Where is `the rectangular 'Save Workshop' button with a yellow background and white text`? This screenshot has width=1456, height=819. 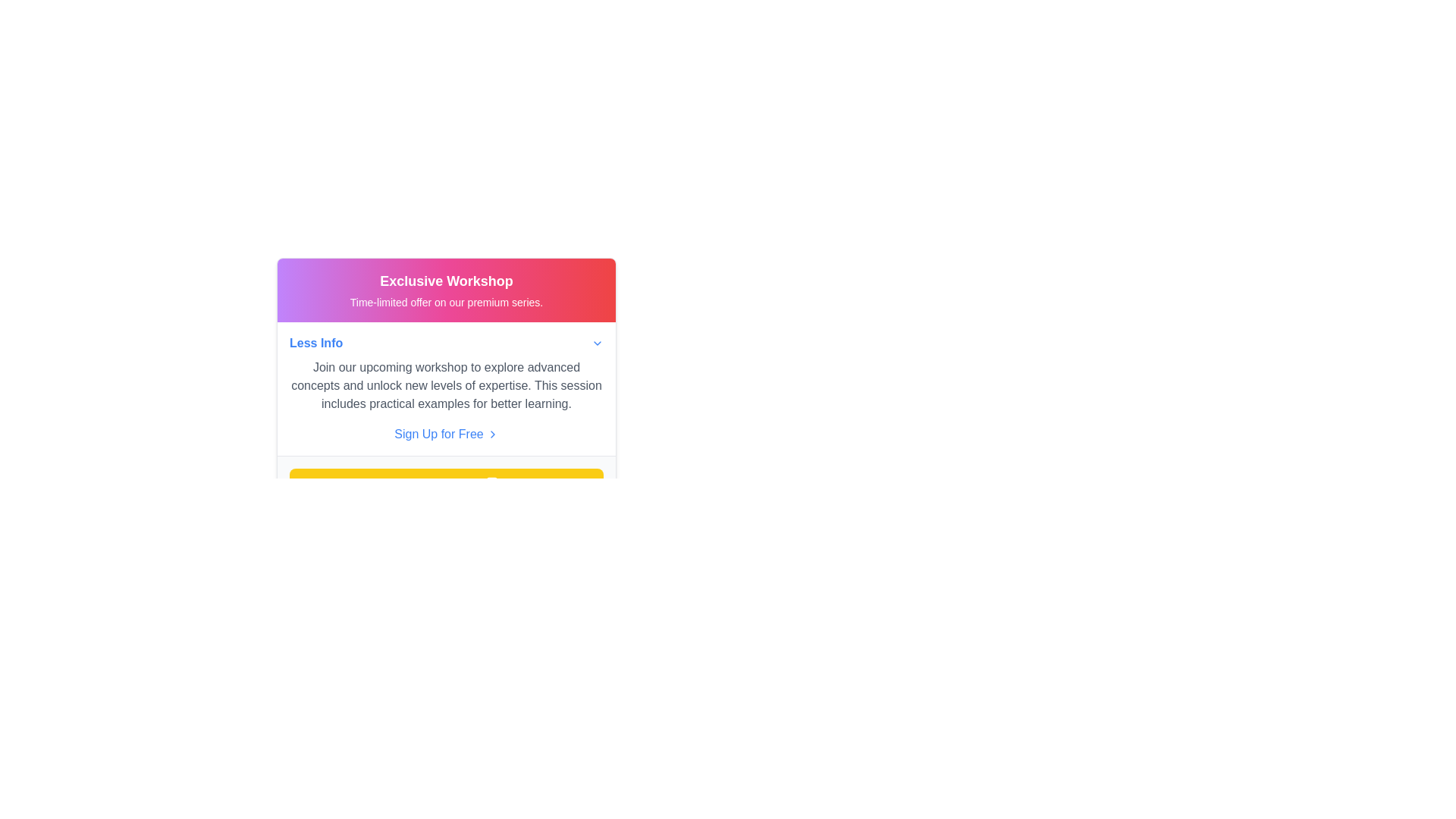
the rectangular 'Save Workshop' button with a yellow background and white text is located at coordinates (446, 483).